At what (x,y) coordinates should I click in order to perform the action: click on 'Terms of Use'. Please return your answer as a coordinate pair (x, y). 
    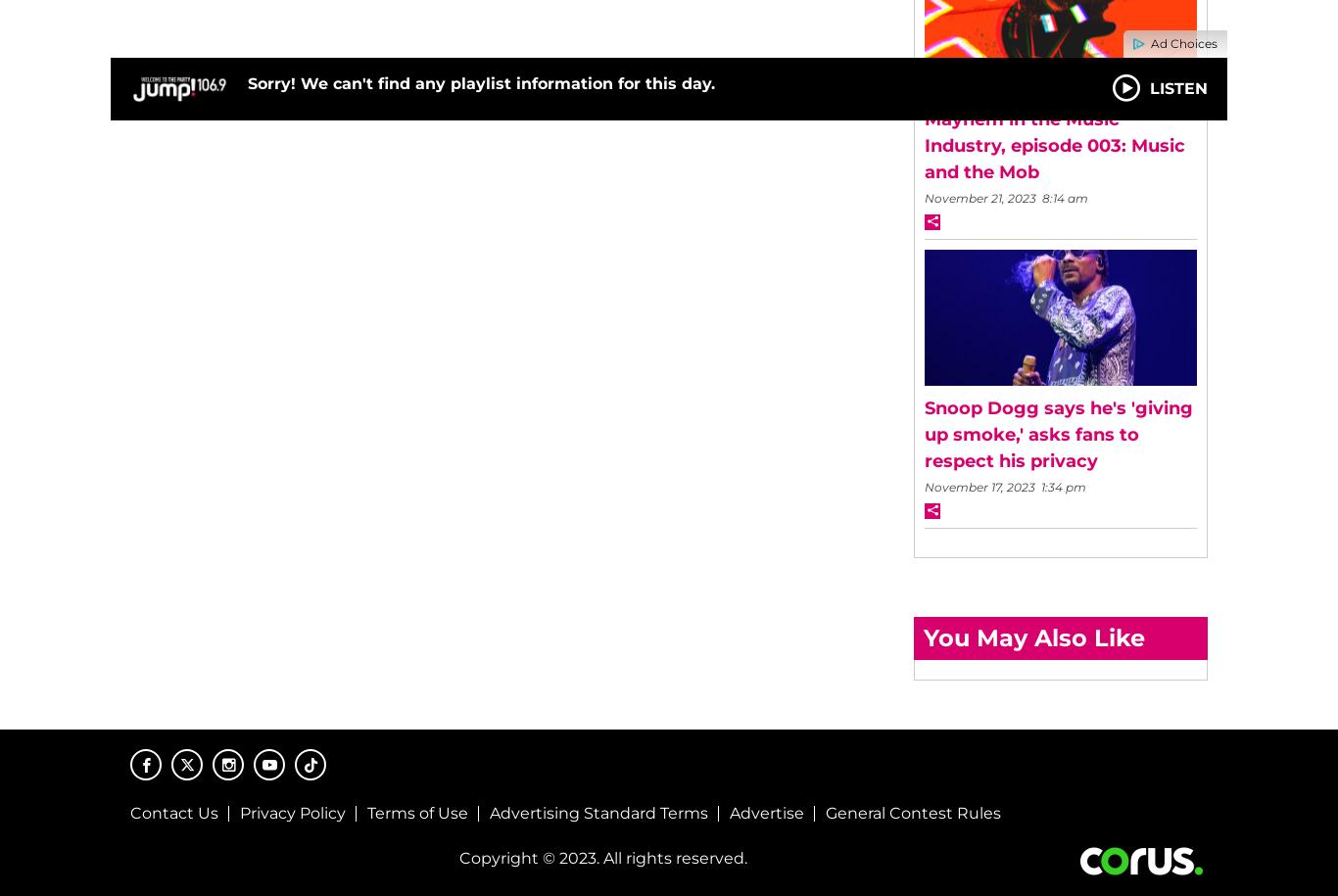
    Looking at the image, I should click on (365, 813).